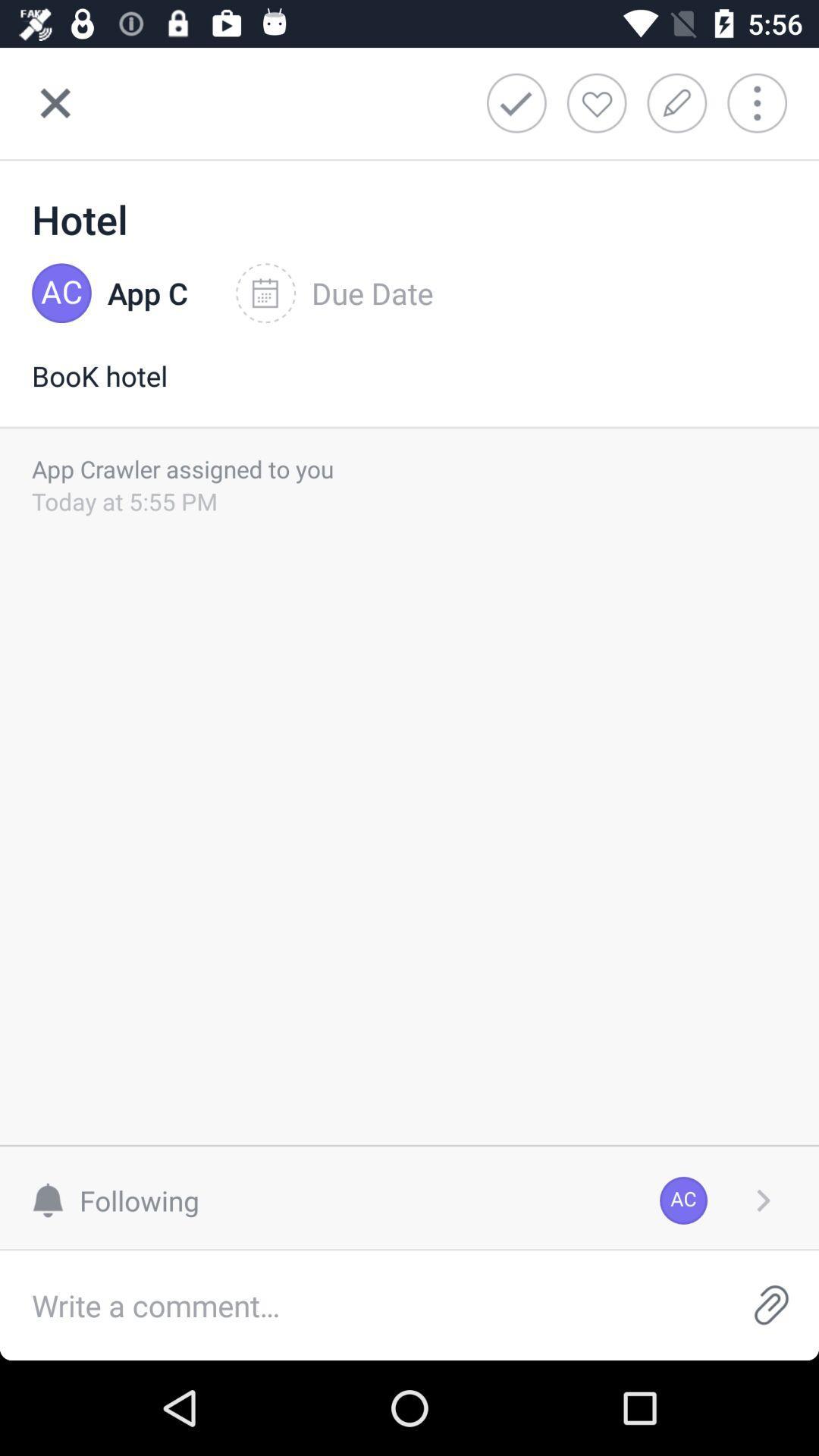 This screenshot has width=819, height=1456. What do you see at coordinates (767, 102) in the screenshot?
I see `more options` at bounding box center [767, 102].